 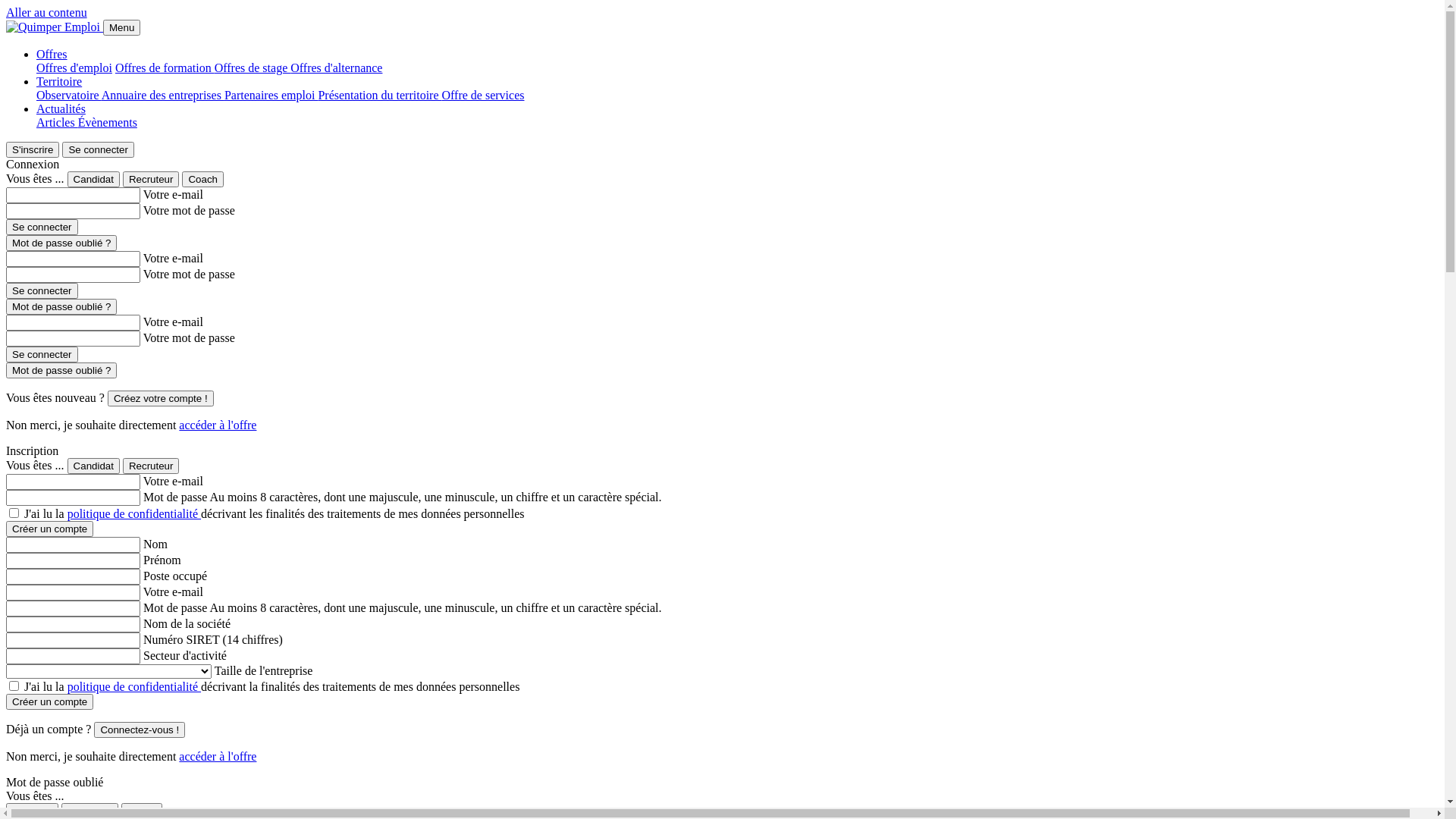 What do you see at coordinates (53, 27) in the screenshot?
I see `'Quimper Emploi'` at bounding box center [53, 27].